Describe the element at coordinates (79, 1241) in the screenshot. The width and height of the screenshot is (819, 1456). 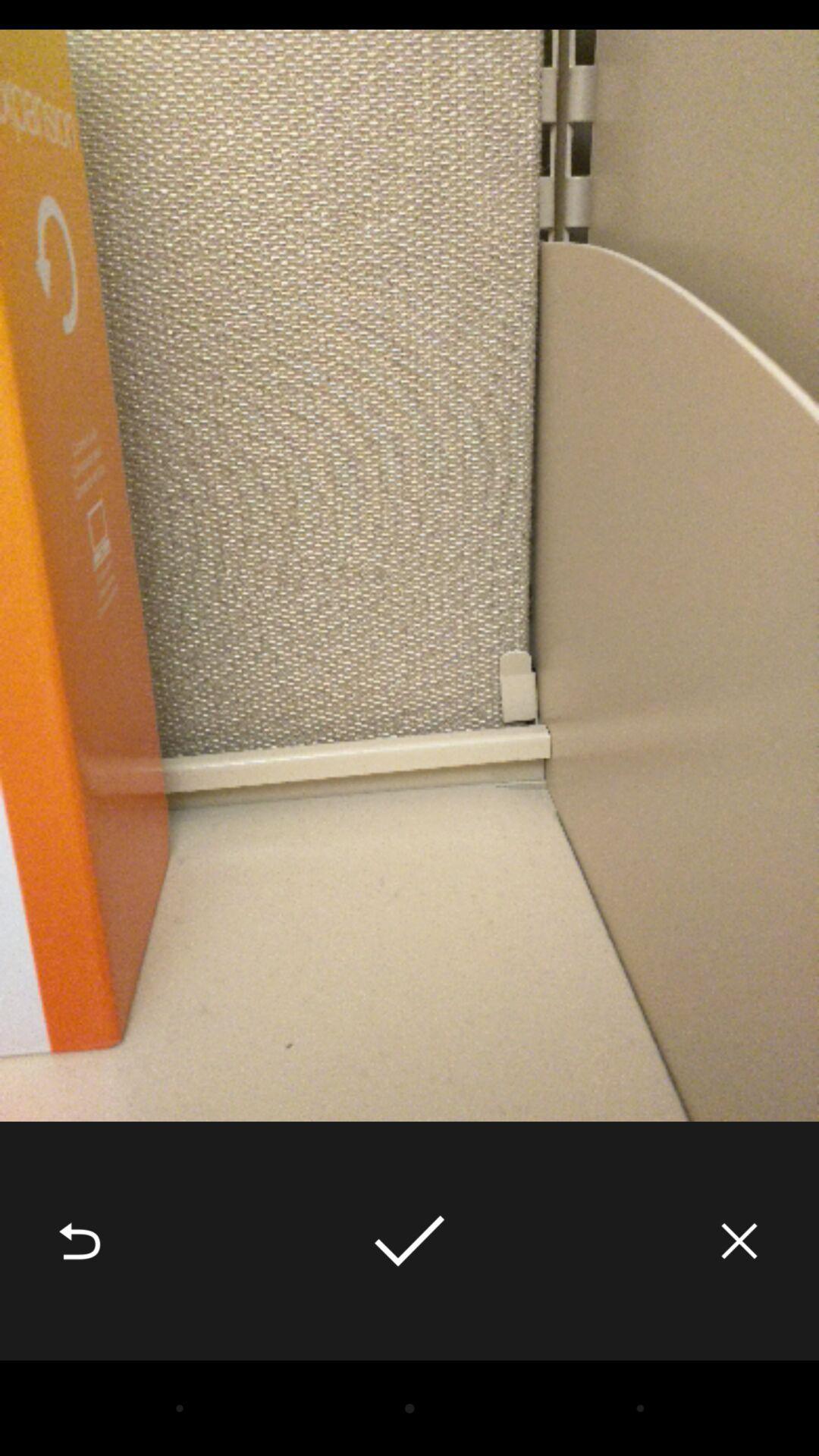
I see `the icon at the bottom left corner` at that location.